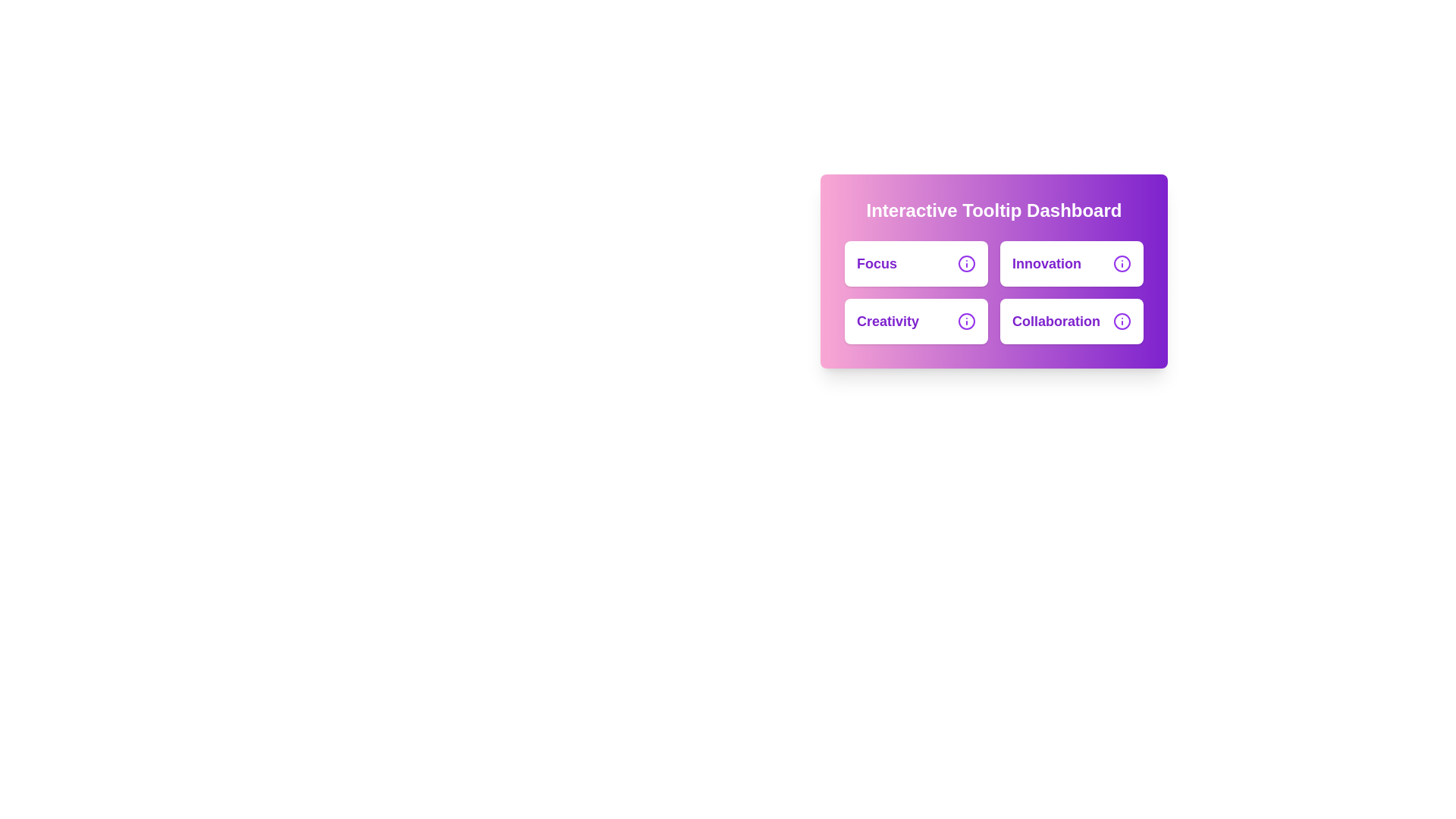 Image resolution: width=1456 pixels, height=819 pixels. I want to click on Icon element, which is a circular SVG component located at the center of the 'Focus' button in the top-left quadrant of the dashboard panel, so click(966, 262).